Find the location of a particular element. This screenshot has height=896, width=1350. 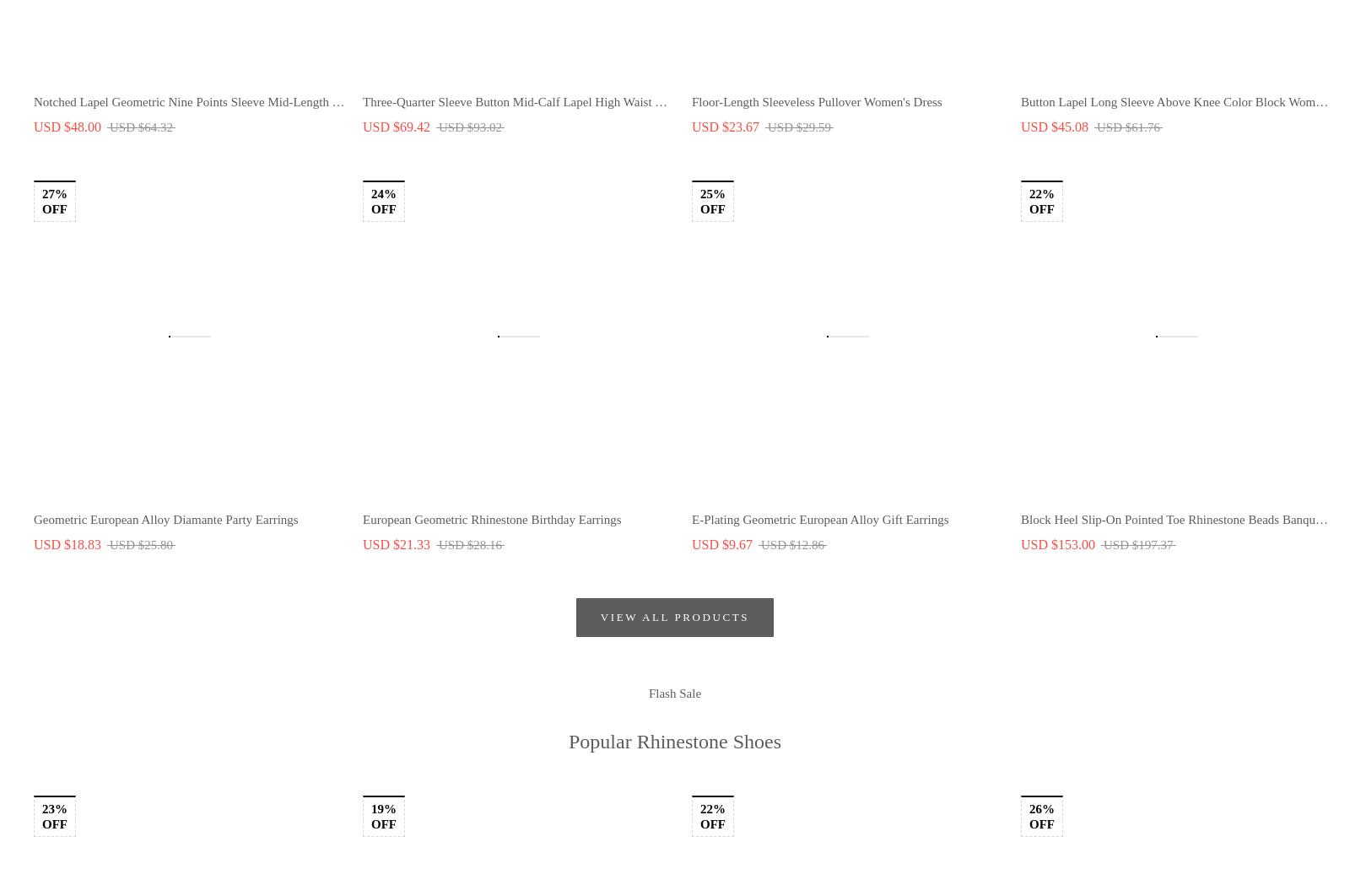

'RETURN POLICY' is located at coordinates (90, 451).